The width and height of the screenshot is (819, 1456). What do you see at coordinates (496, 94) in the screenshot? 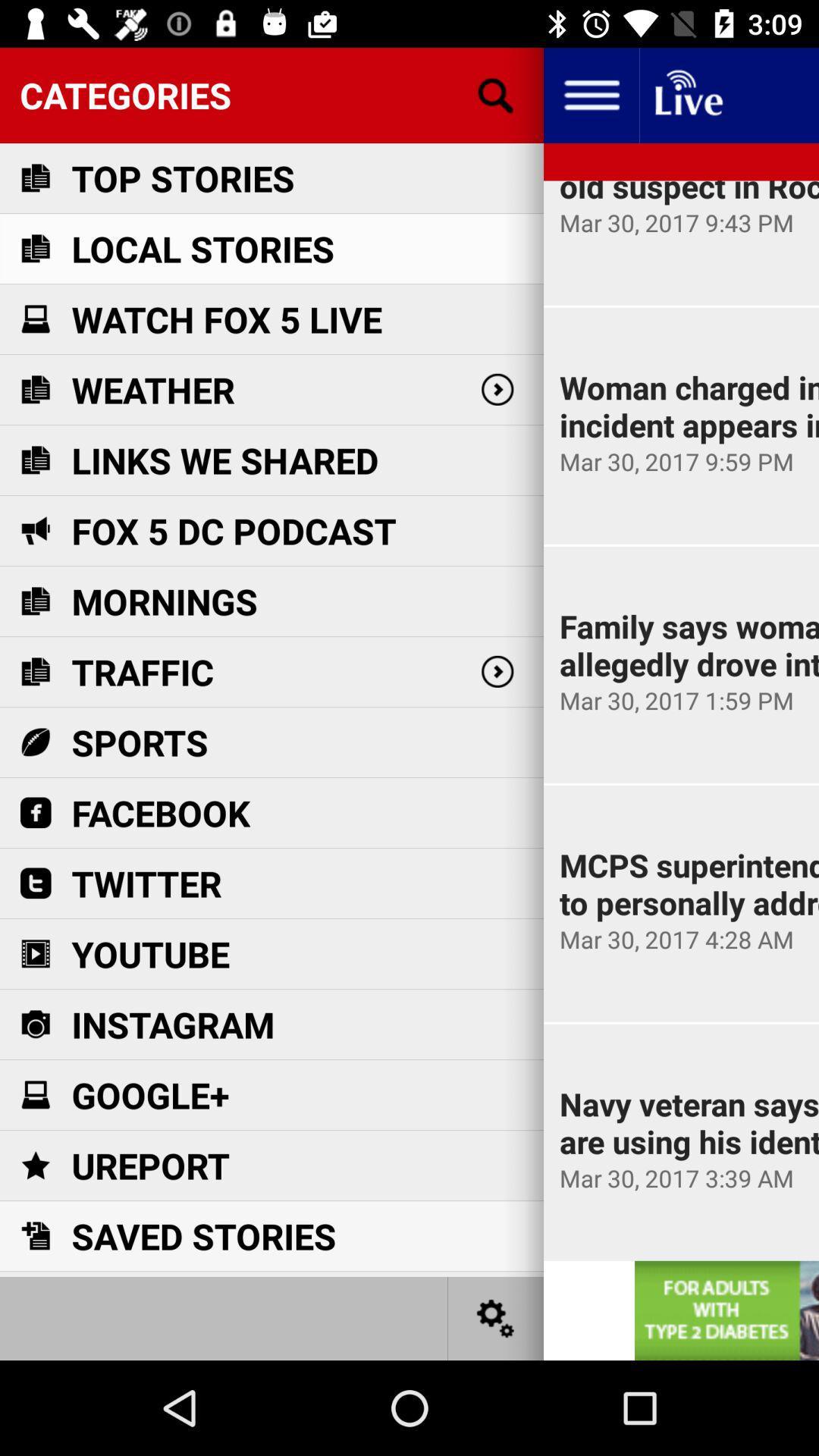
I see `this option find` at bounding box center [496, 94].